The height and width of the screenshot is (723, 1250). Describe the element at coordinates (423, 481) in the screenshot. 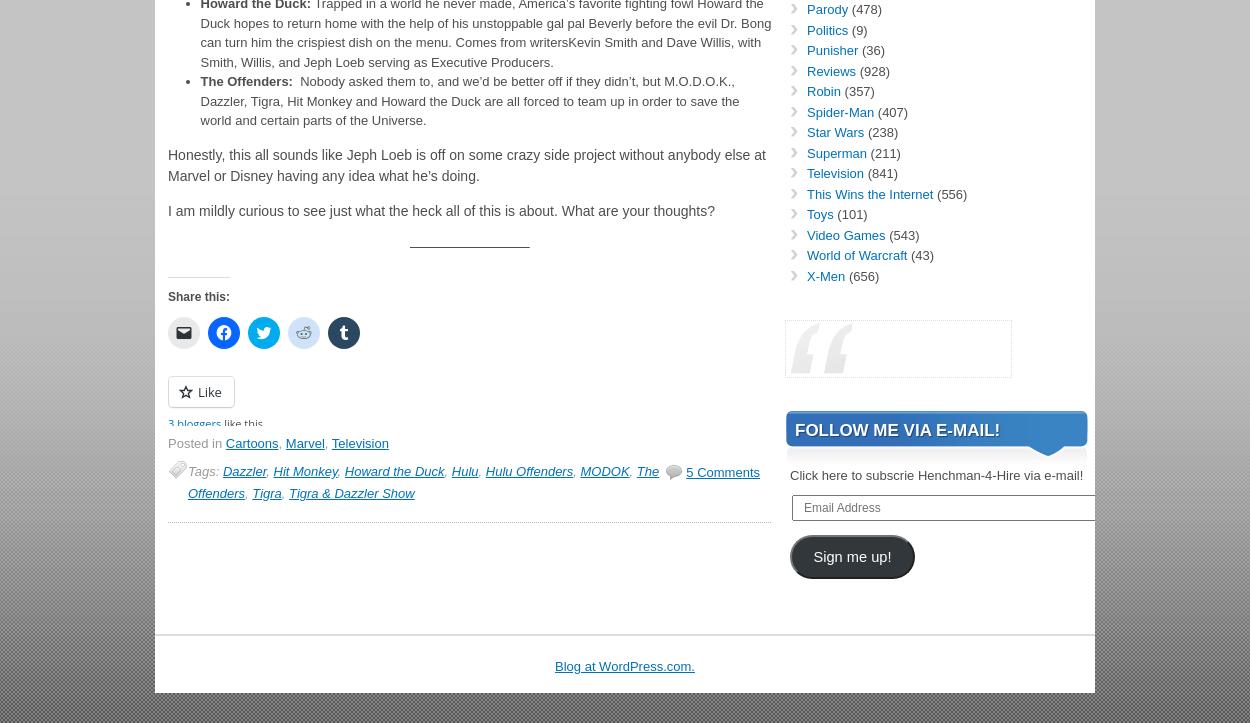

I see `'The Offenders'` at that location.